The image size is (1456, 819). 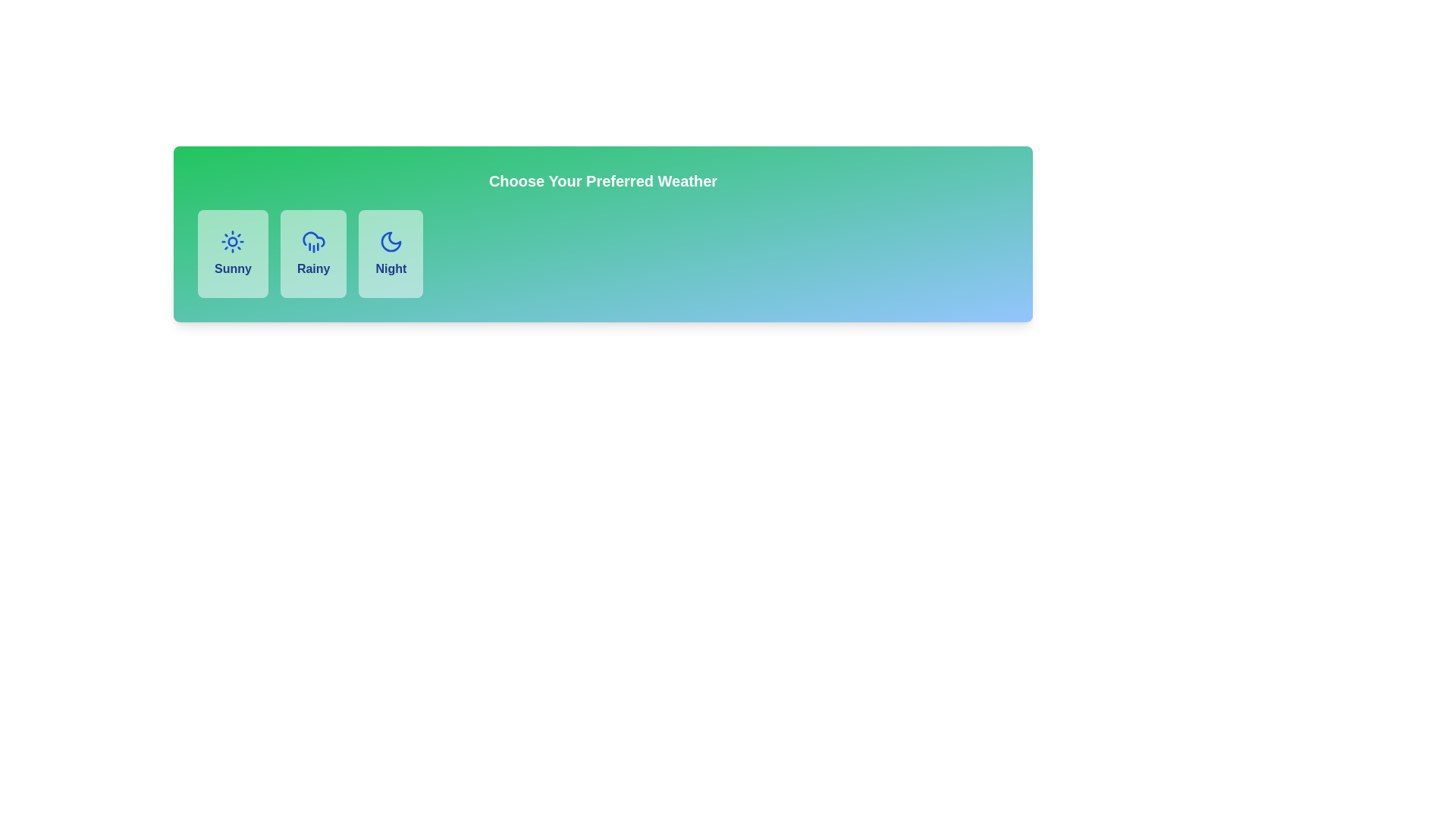 What do you see at coordinates (312, 268) in the screenshot?
I see `text label within the second button that indicates the 'Rainy' weather option, located under 'Choose Your Preferred Weather.'` at bounding box center [312, 268].